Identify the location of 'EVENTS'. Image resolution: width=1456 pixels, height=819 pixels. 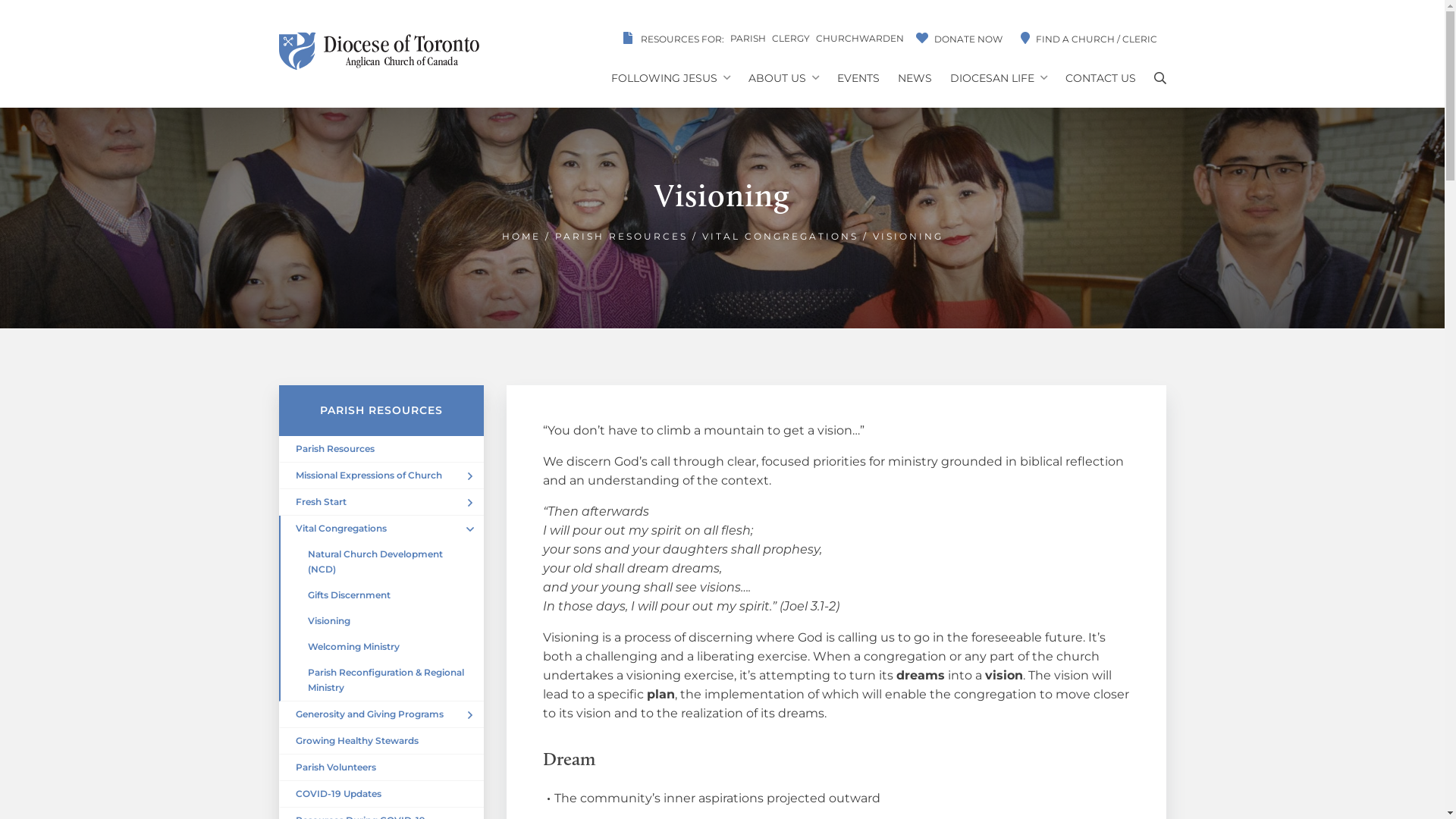
(858, 78).